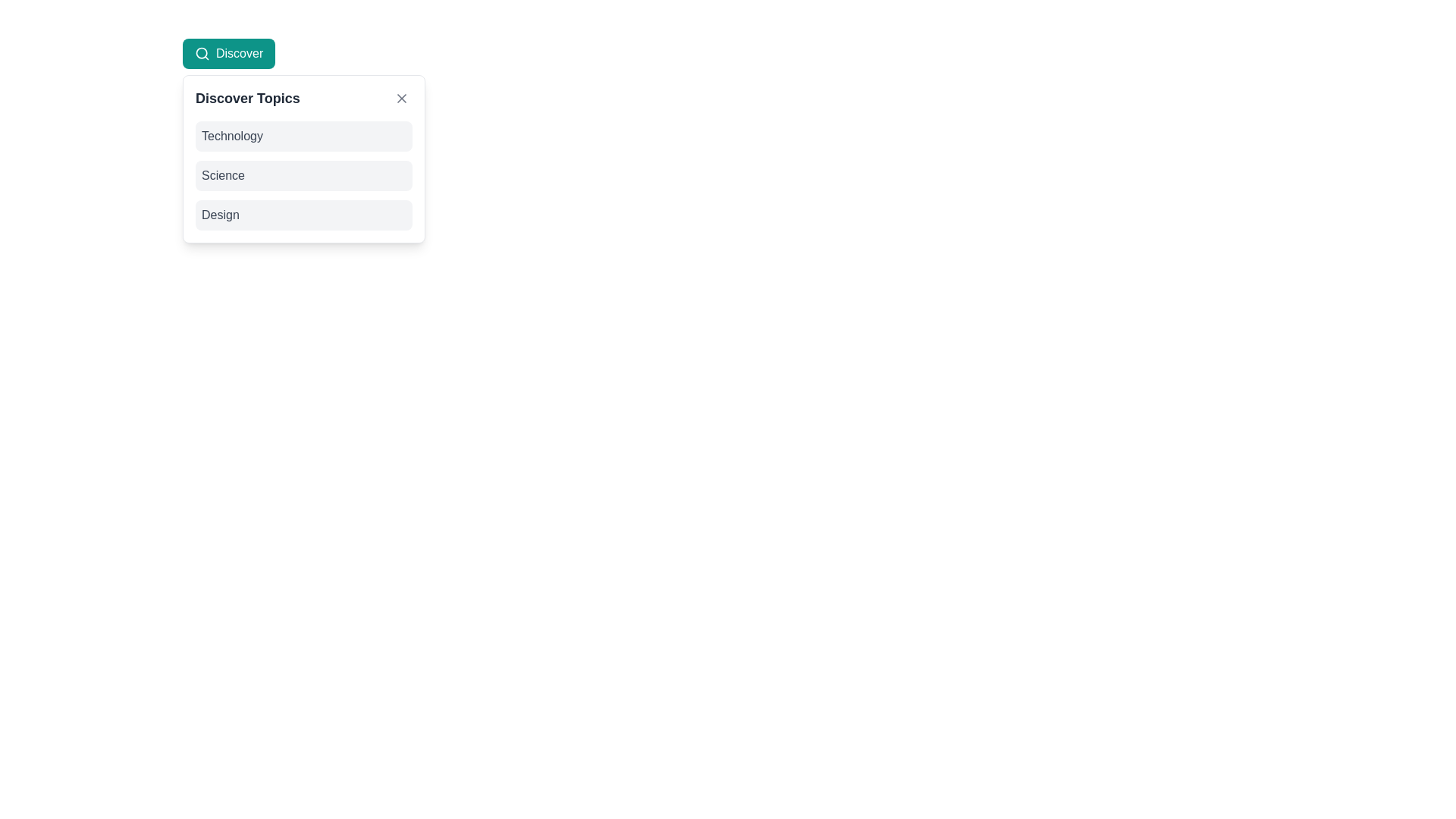 The image size is (1456, 819). What do you see at coordinates (401, 99) in the screenshot?
I see `the closing button located at the top-right corner of the 'Discover Topics' panel` at bounding box center [401, 99].